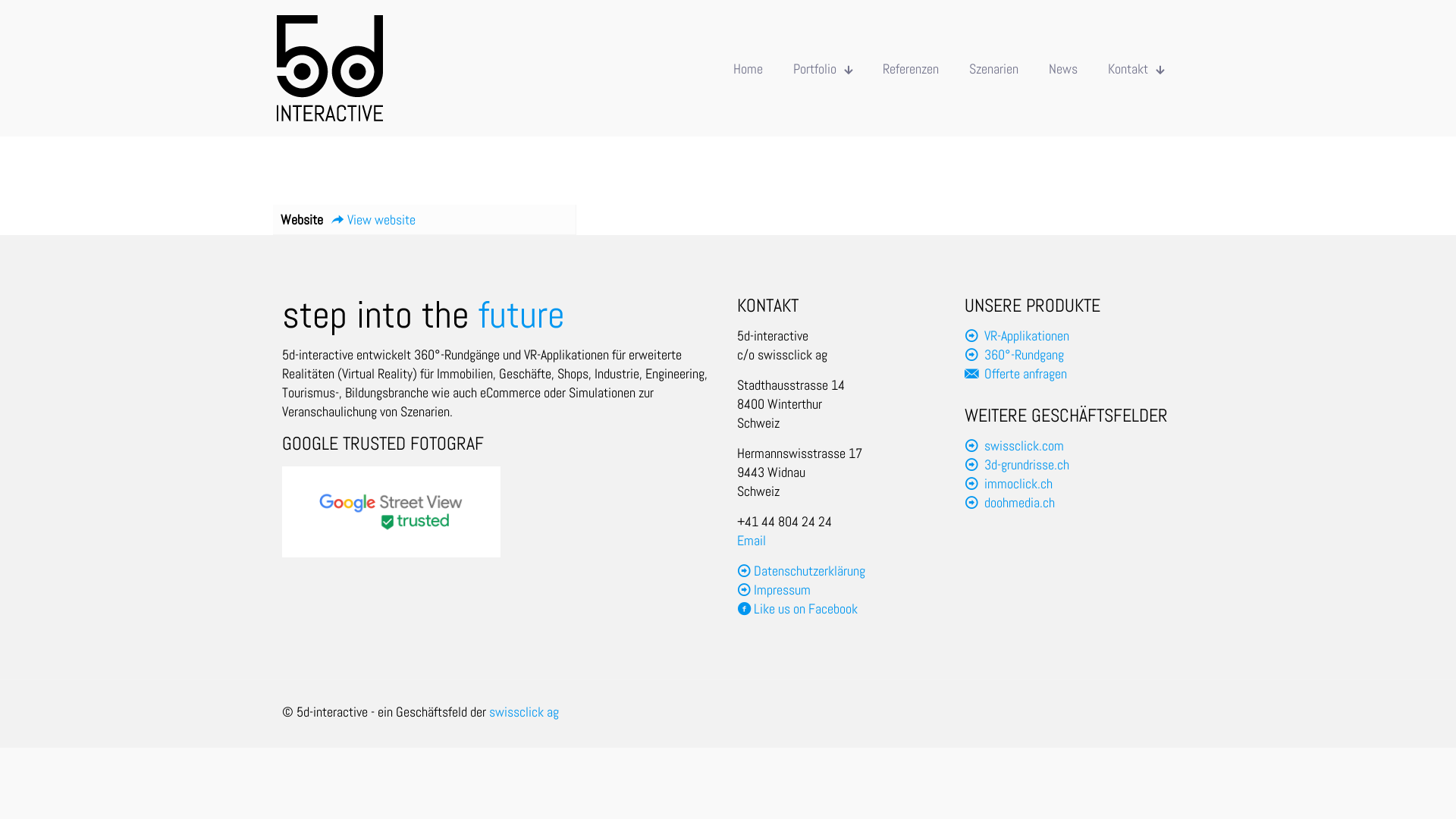 This screenshot has width=1456, height=819. Describe the element at coordinates (751, 539) in the screenshot. I see `'Email'` at that location.